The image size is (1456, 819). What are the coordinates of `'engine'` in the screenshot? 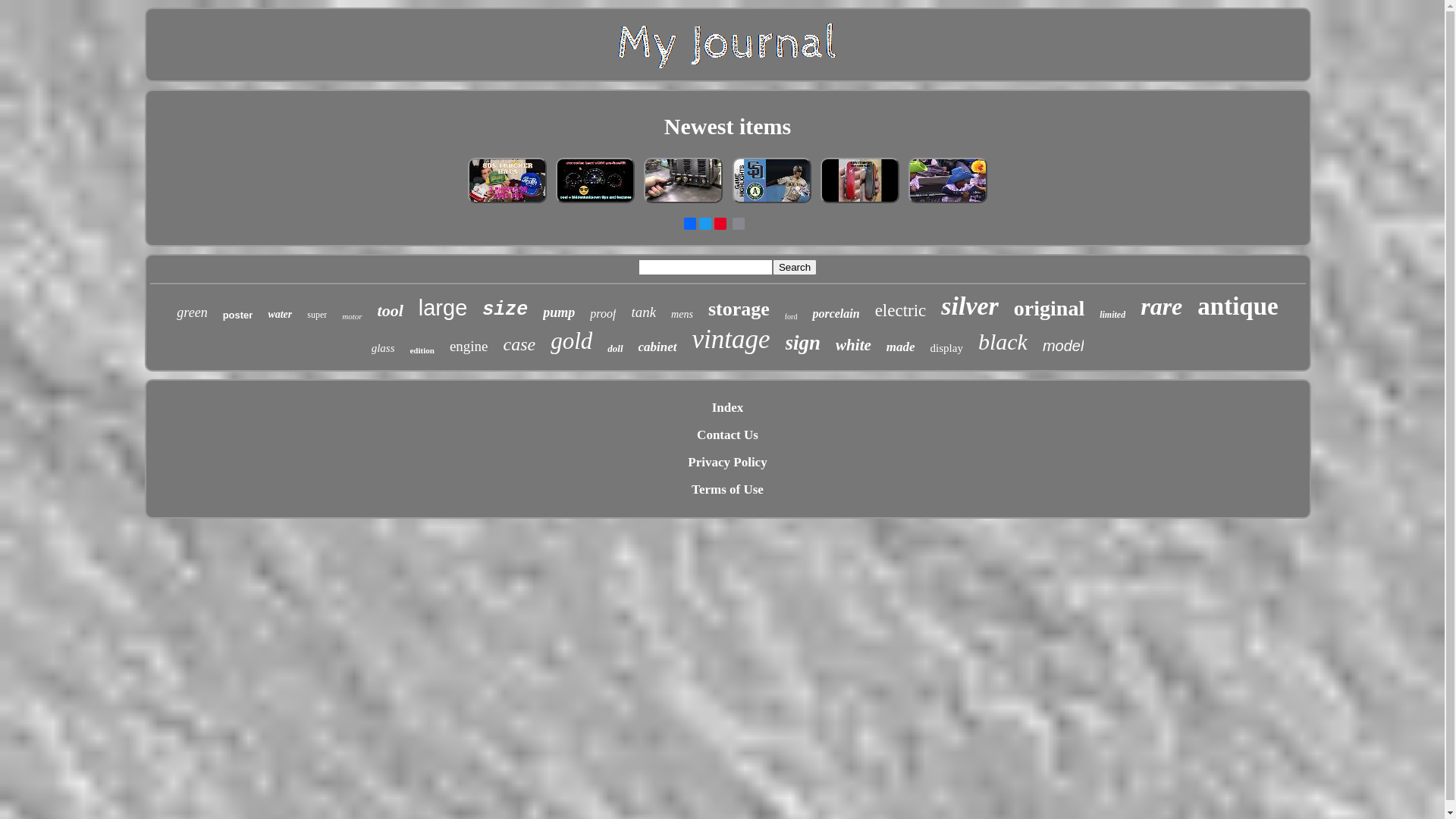 It's located at (449, 346).